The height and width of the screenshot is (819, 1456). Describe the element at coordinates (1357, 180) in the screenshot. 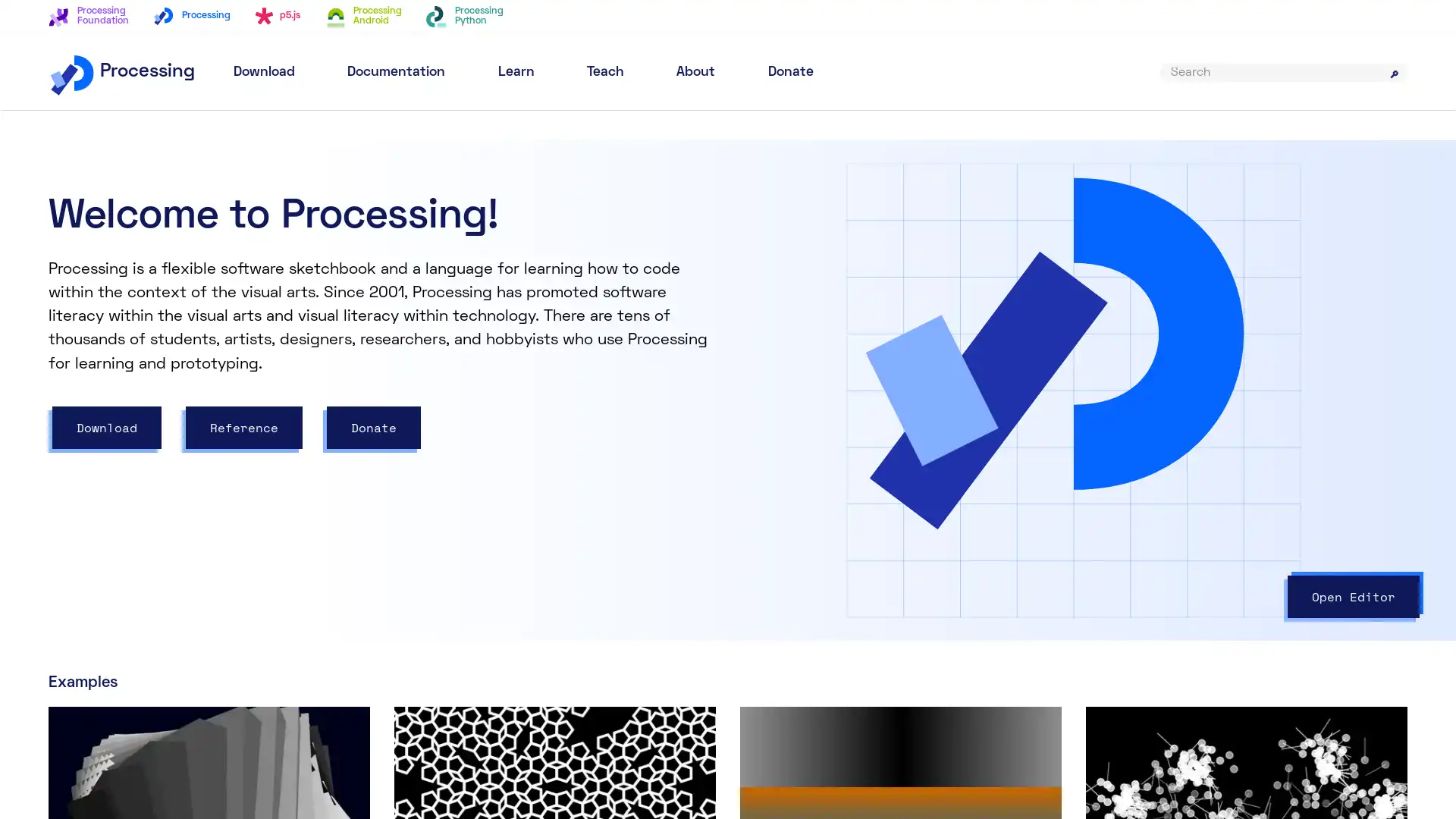

I see `Reset` at that location.